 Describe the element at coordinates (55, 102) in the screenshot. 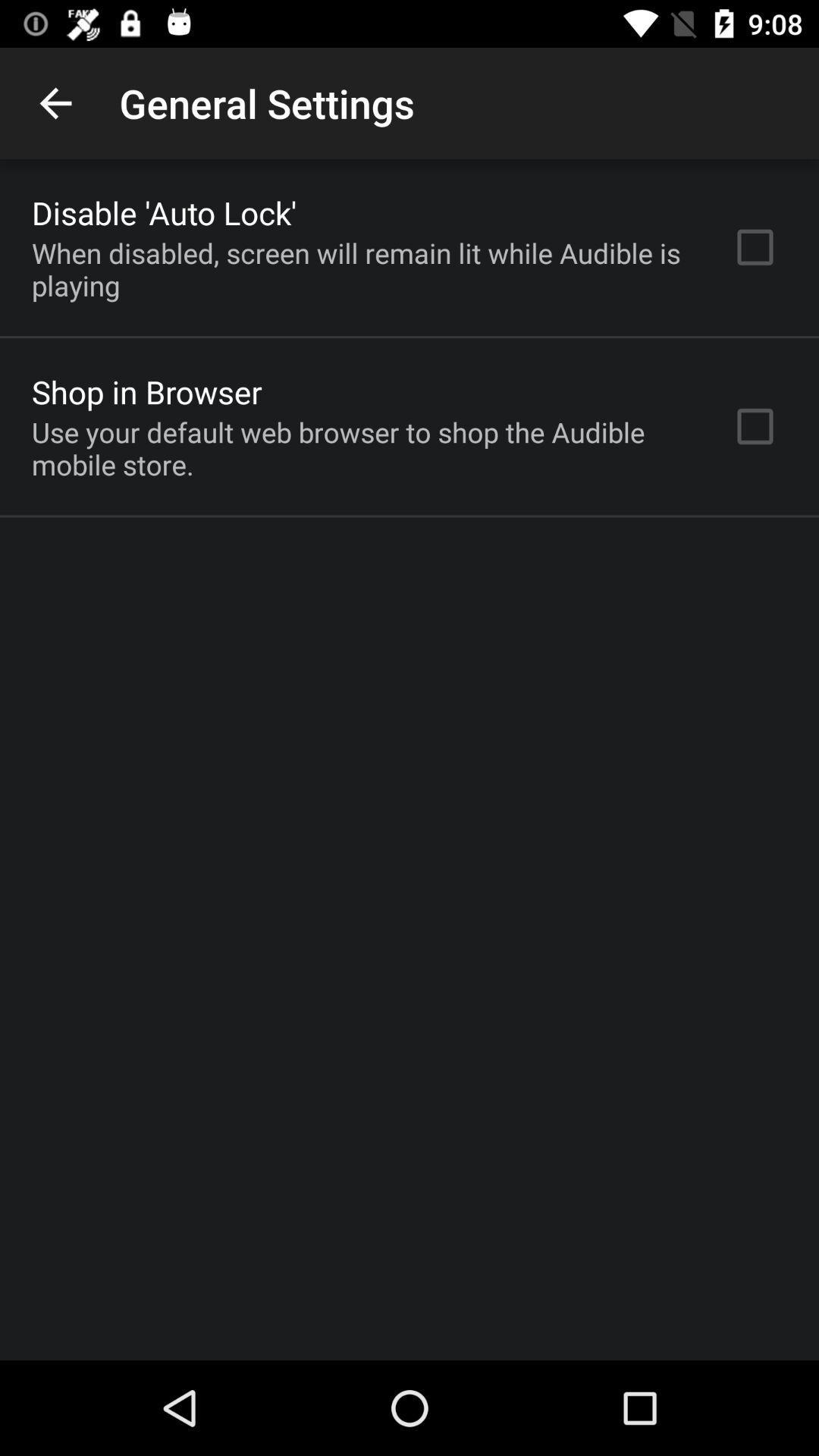

I see `item above the disable 'auto lock'` at that location.